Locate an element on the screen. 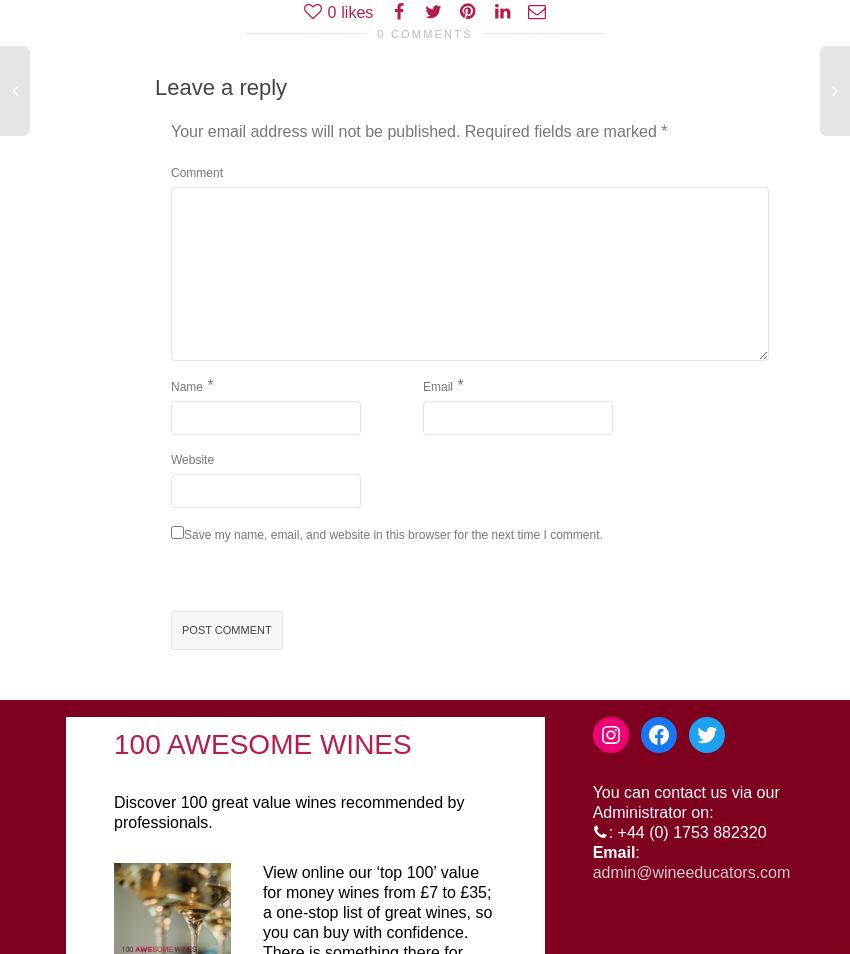  'Your email address will not be published.' is located at coordinates (315, 130).